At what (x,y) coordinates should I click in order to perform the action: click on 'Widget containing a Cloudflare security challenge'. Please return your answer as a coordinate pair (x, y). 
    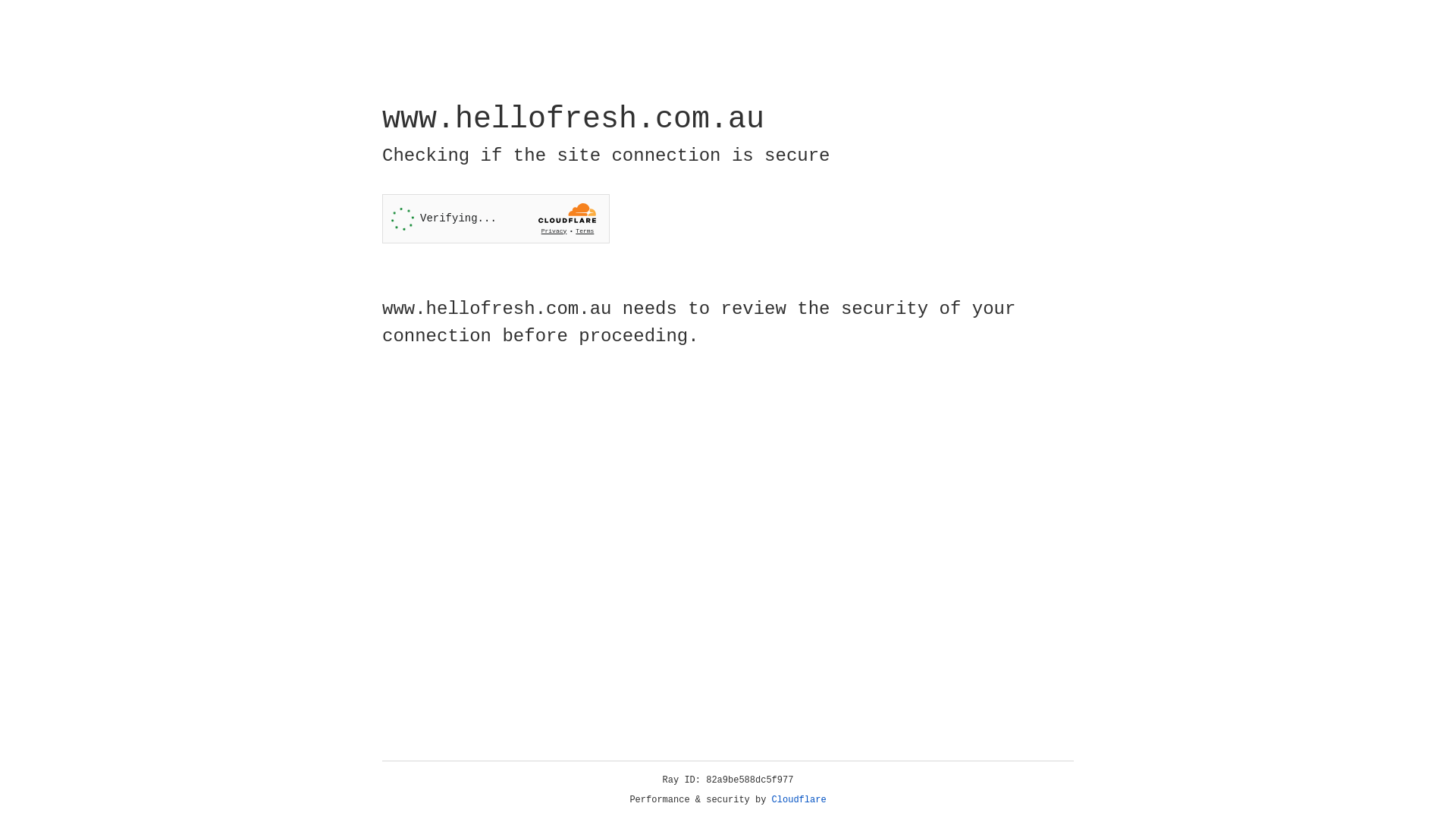
    Looking at the image, I should click on (495, 218).